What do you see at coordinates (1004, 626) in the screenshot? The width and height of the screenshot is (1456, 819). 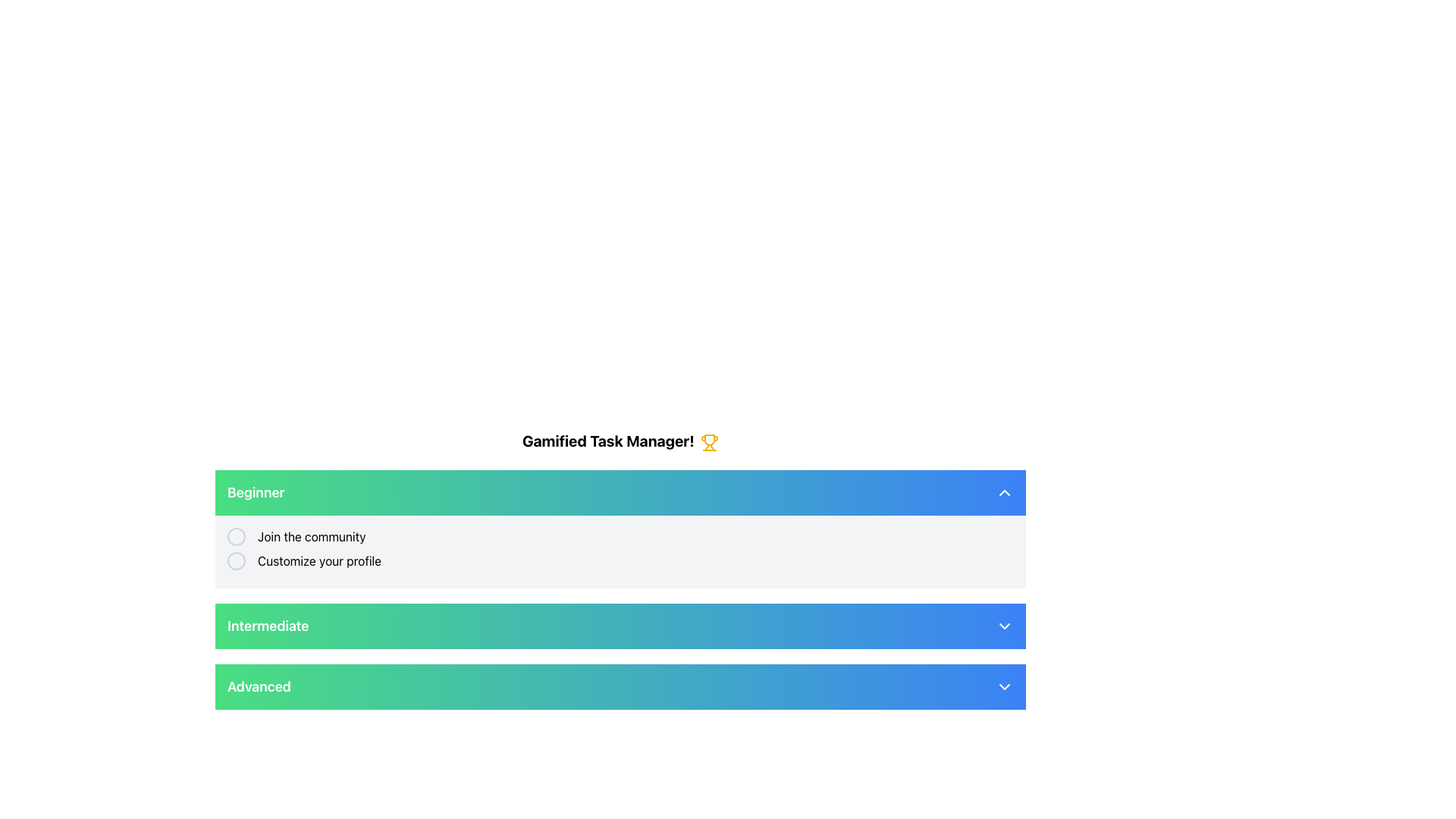 I see `the downward-pointing chevron icon that serves as the dropdown indicator for the 'Intermediate' section` at bounding box center [1004, 626].